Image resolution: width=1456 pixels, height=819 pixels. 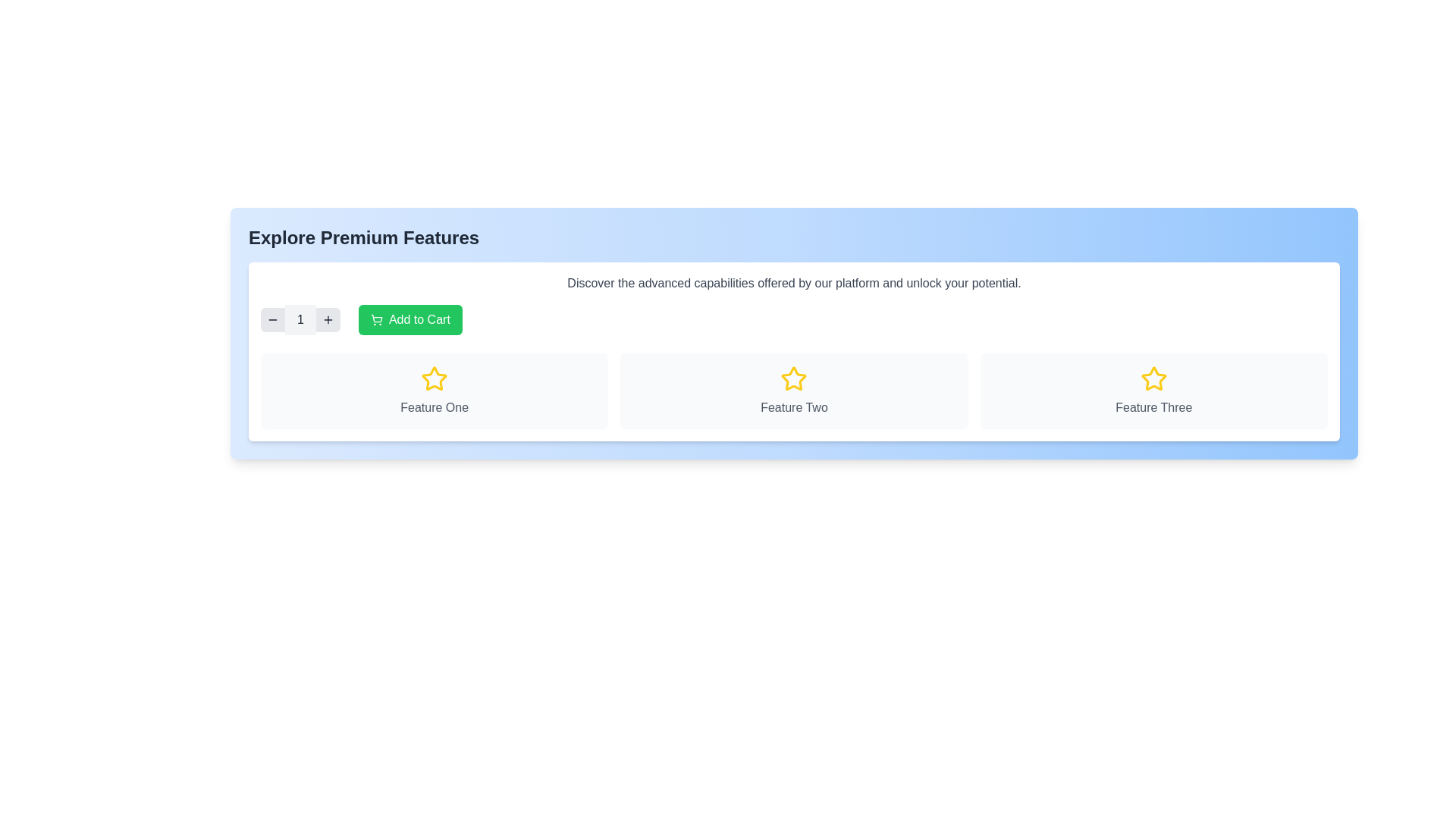 What do you see at coordinates (793, 284) in the screenshot?
I see `the text component displaying 'Discover the advanced capabilities offered by our platform and unlock your potential.' to read the full text` at bounding box center [793, 284].